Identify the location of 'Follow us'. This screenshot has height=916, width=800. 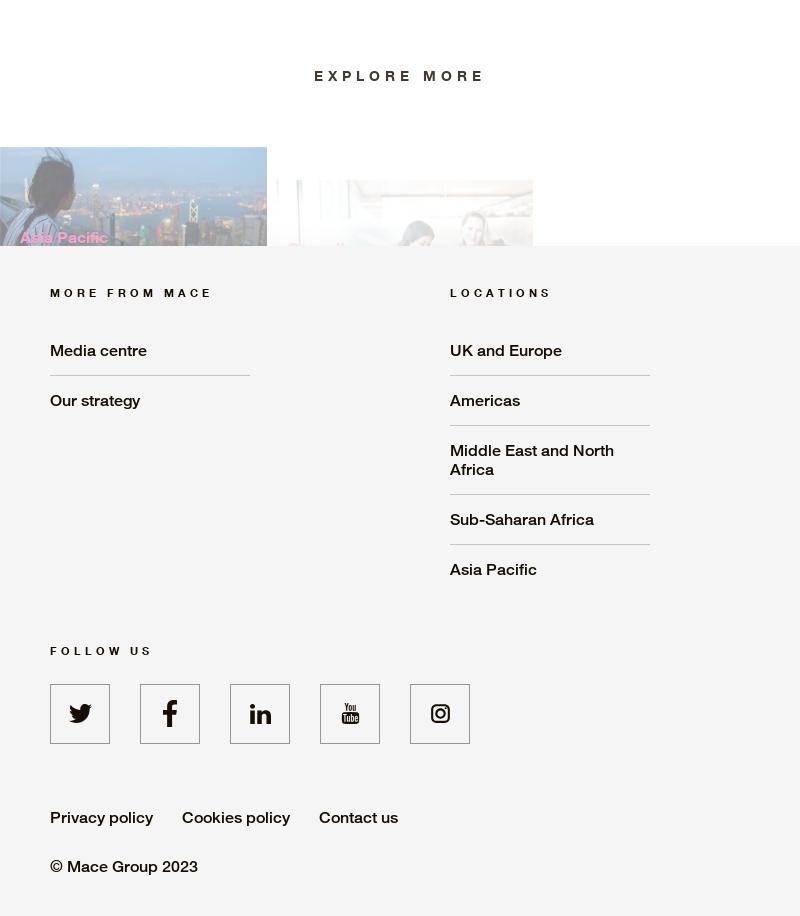
(100, 648).